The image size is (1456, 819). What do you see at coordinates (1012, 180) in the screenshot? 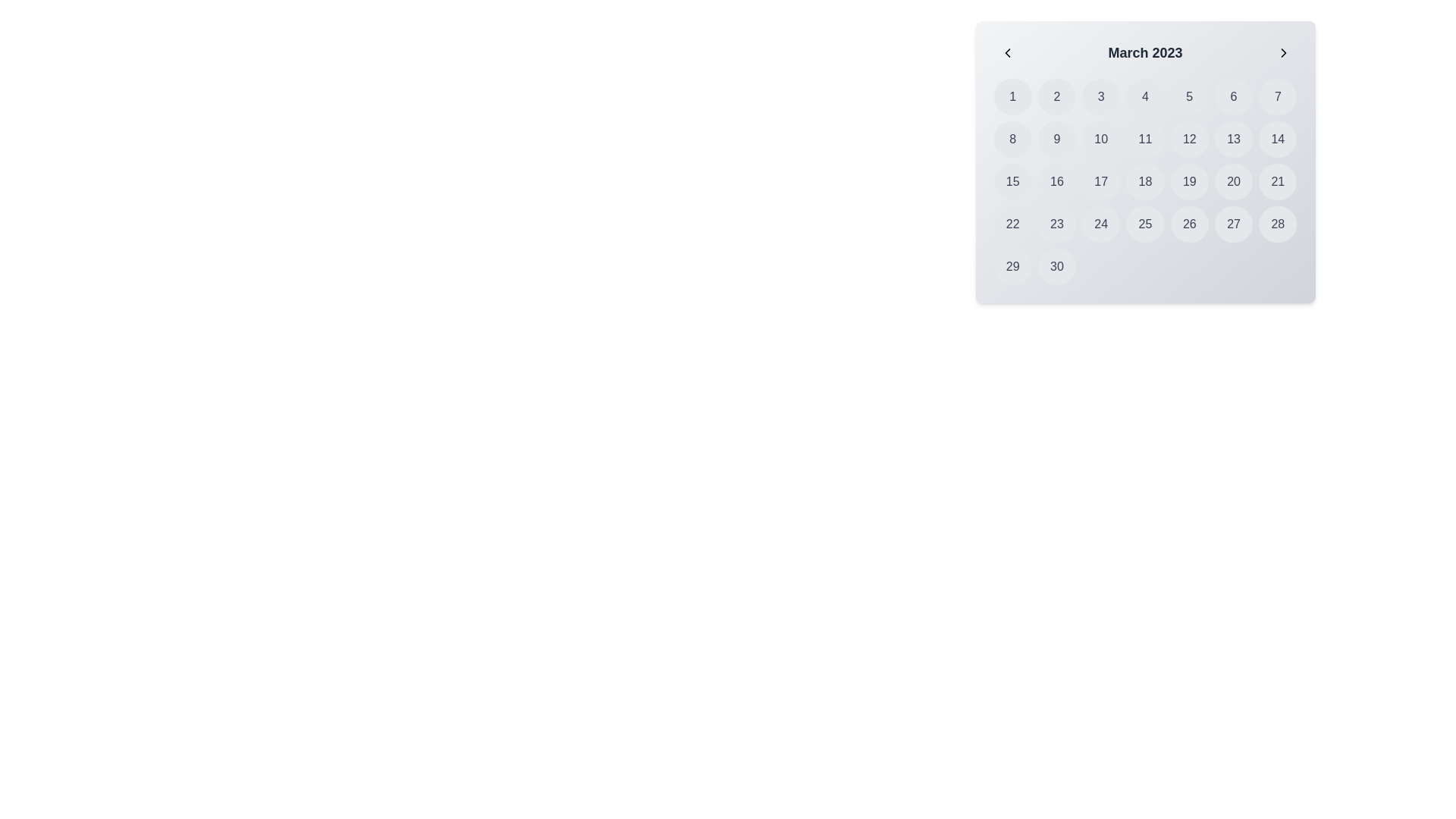
I see `the circular button labeled '15' with a dark gray font` at bounding box center [1012, 180].